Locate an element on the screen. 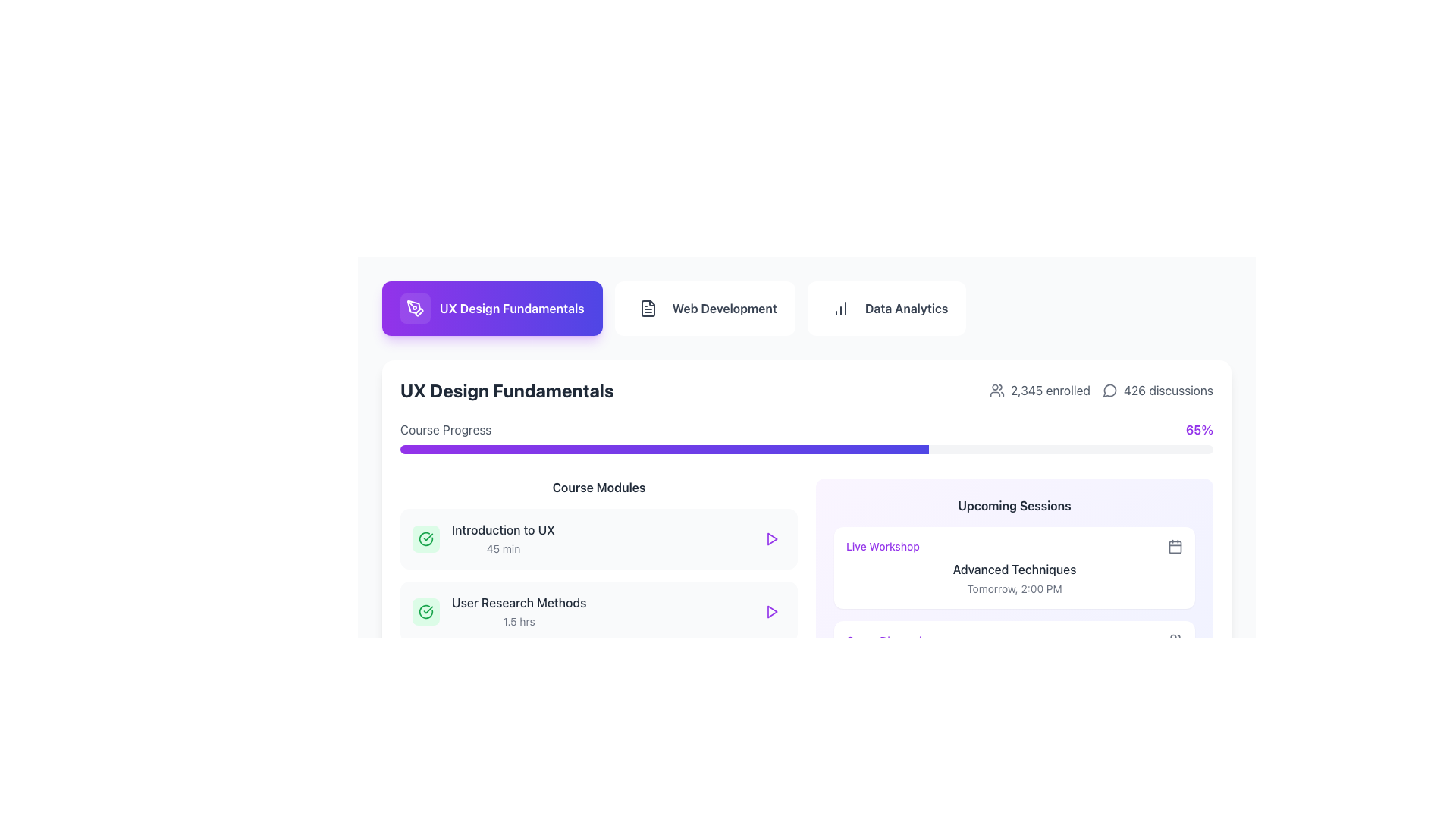 This screenshot has width=1456, height=819. the small triangular play icon outlined in purple with a white fill is located at coordinates (771, 538).